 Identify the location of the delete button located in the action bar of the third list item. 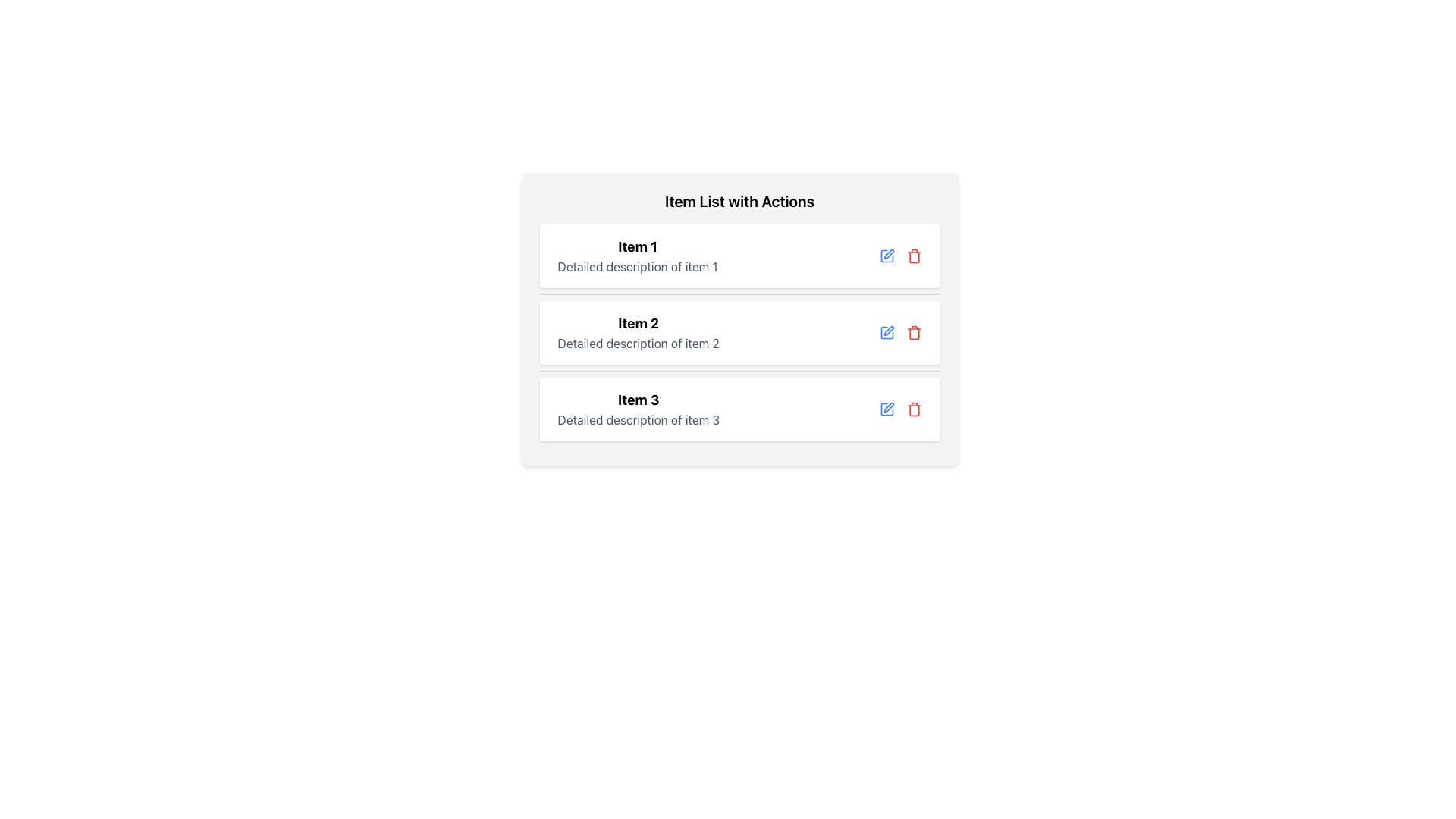
(913, 409).